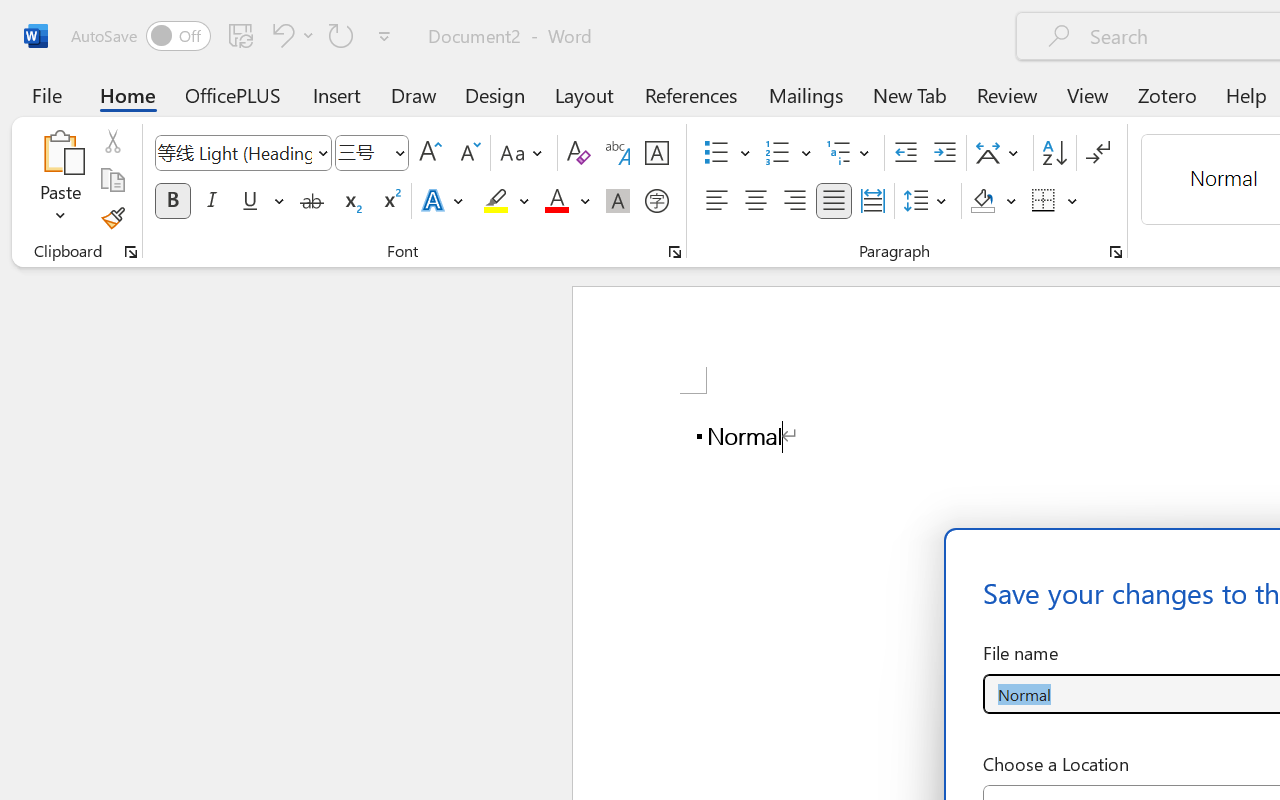 The image size is (1280, 800). Describe the element at coordinates (691, 94) in the screenshot. I see `'References'` at that location.